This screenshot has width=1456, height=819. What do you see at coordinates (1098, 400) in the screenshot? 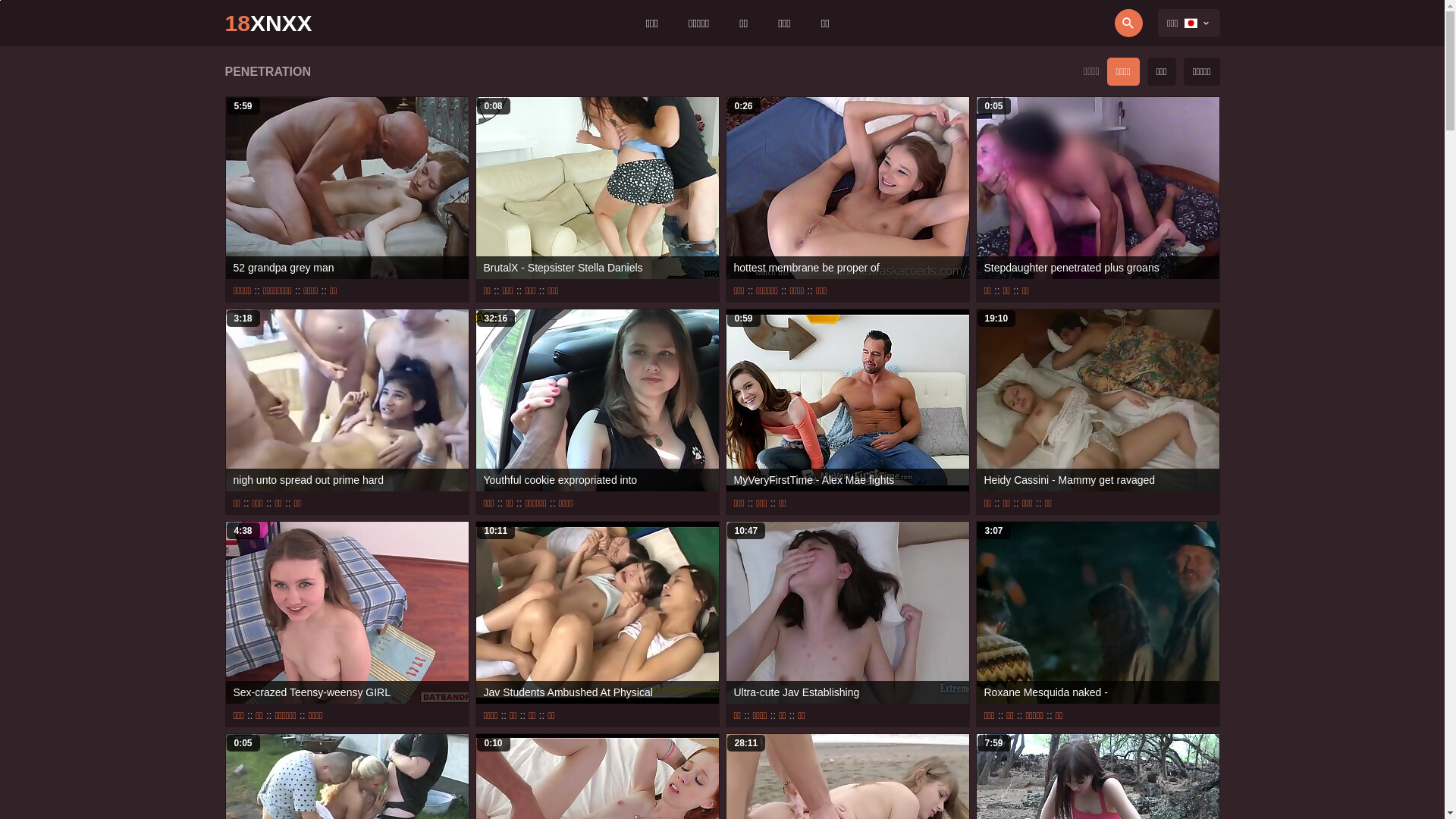
I see `'19:10` at bounding box center [1098, 400].